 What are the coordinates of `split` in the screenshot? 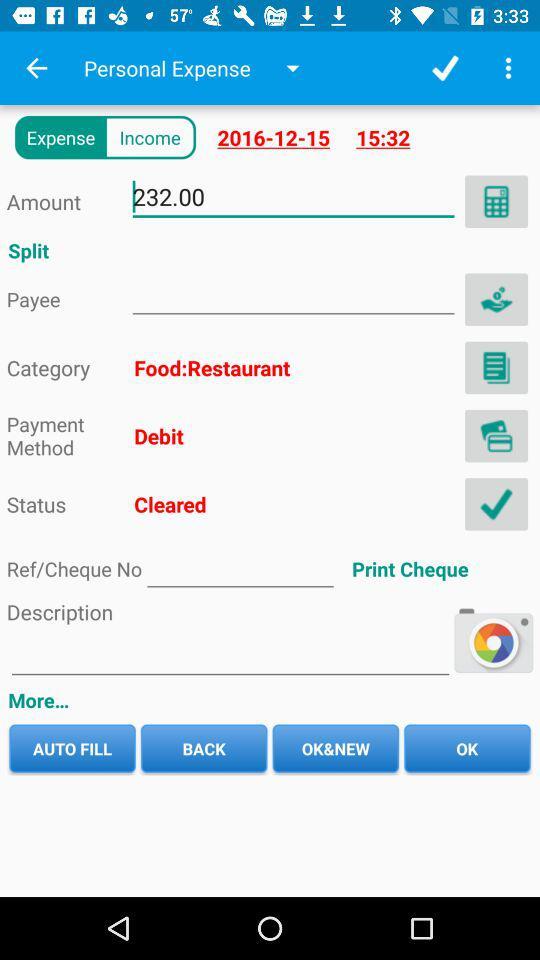 It's located at (495, 298).